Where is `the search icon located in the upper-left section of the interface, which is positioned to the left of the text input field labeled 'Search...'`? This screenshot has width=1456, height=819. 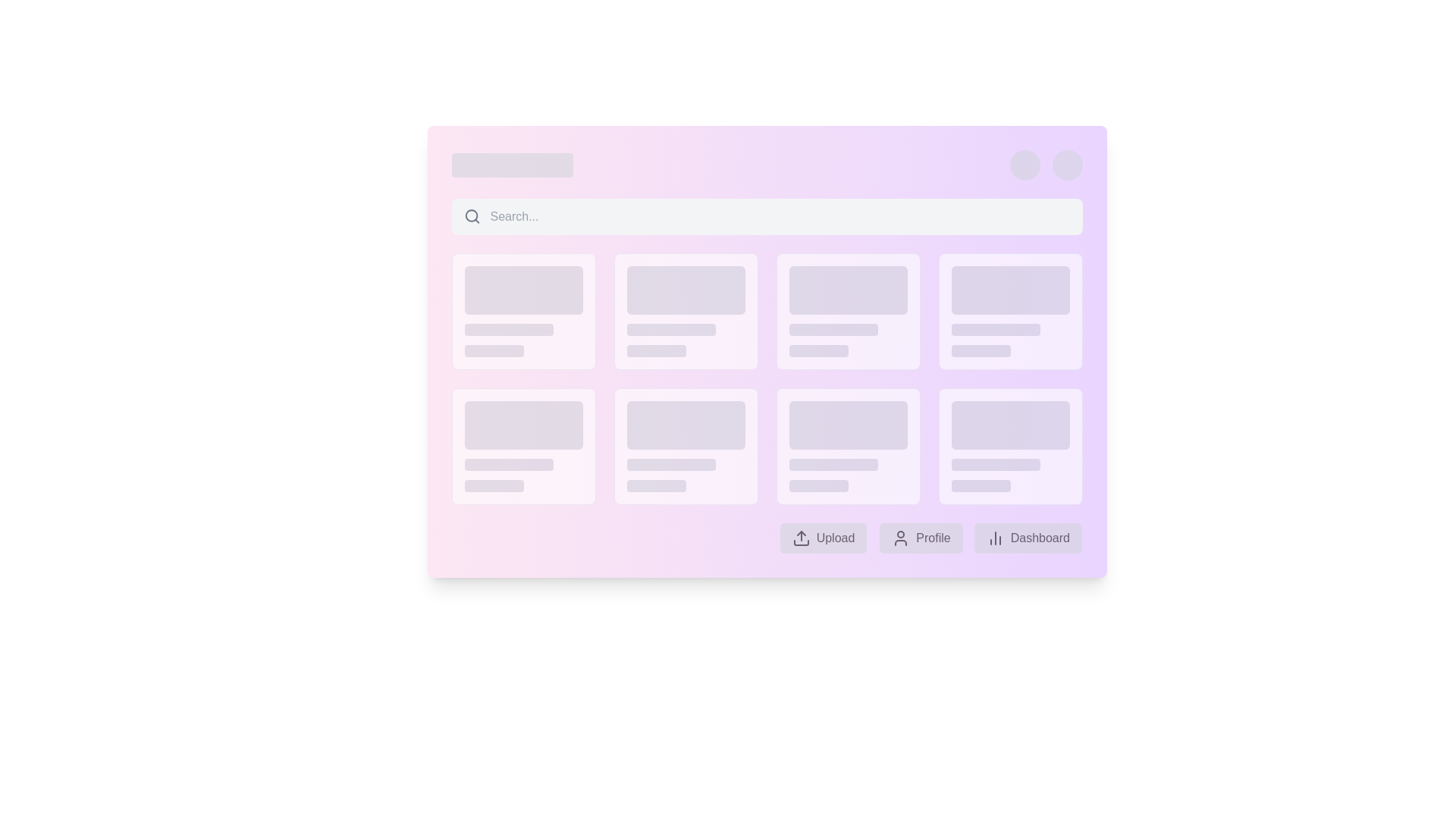 the search icon located in the upper-left section of the interface, which is positioned to the left of the text input field labeled 'Search...' is located at coordinates (472, 216).